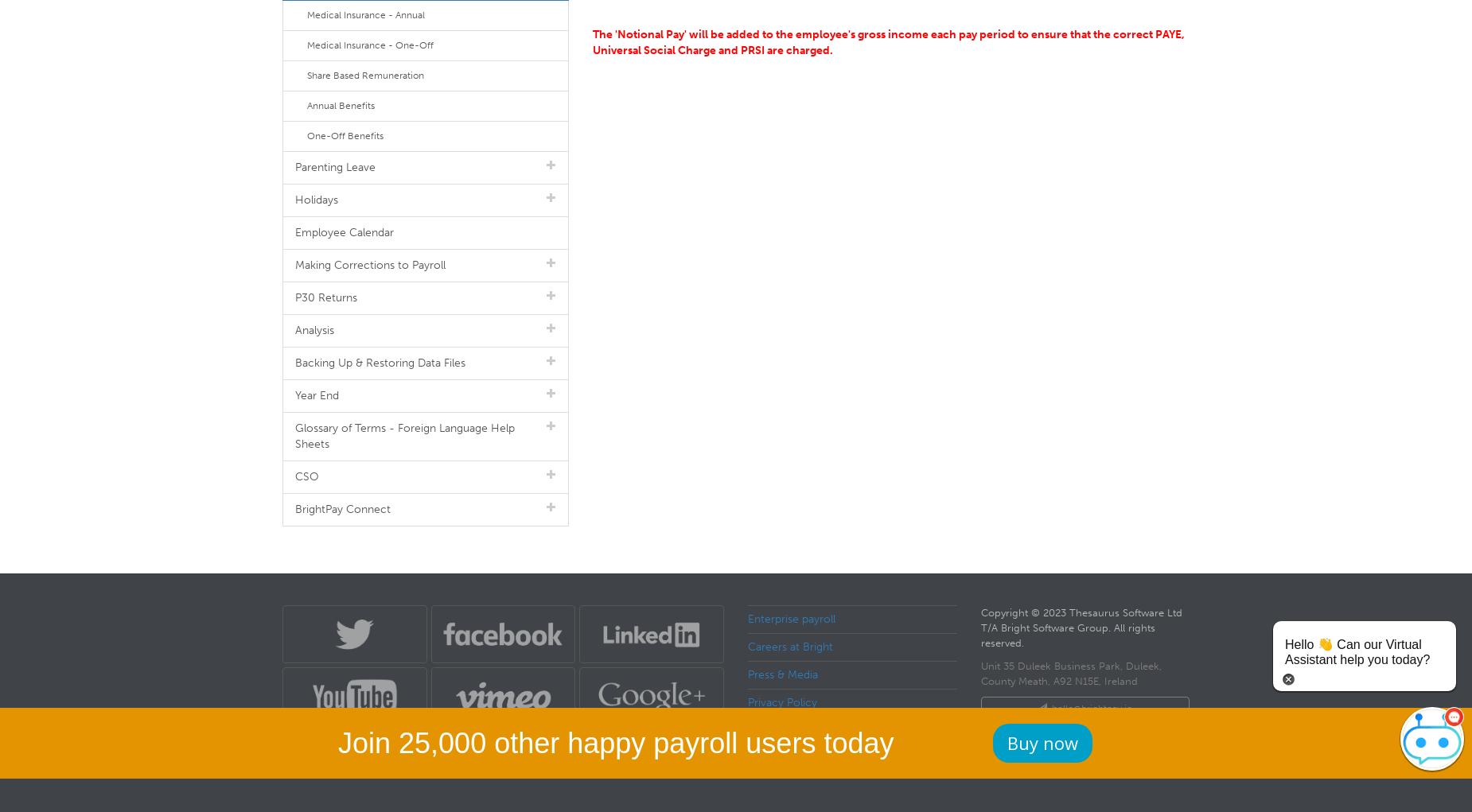  What do you see at coordinates (306, 476) in the screenshot?
I see `'CSO'` at bounding box center [306, 476].